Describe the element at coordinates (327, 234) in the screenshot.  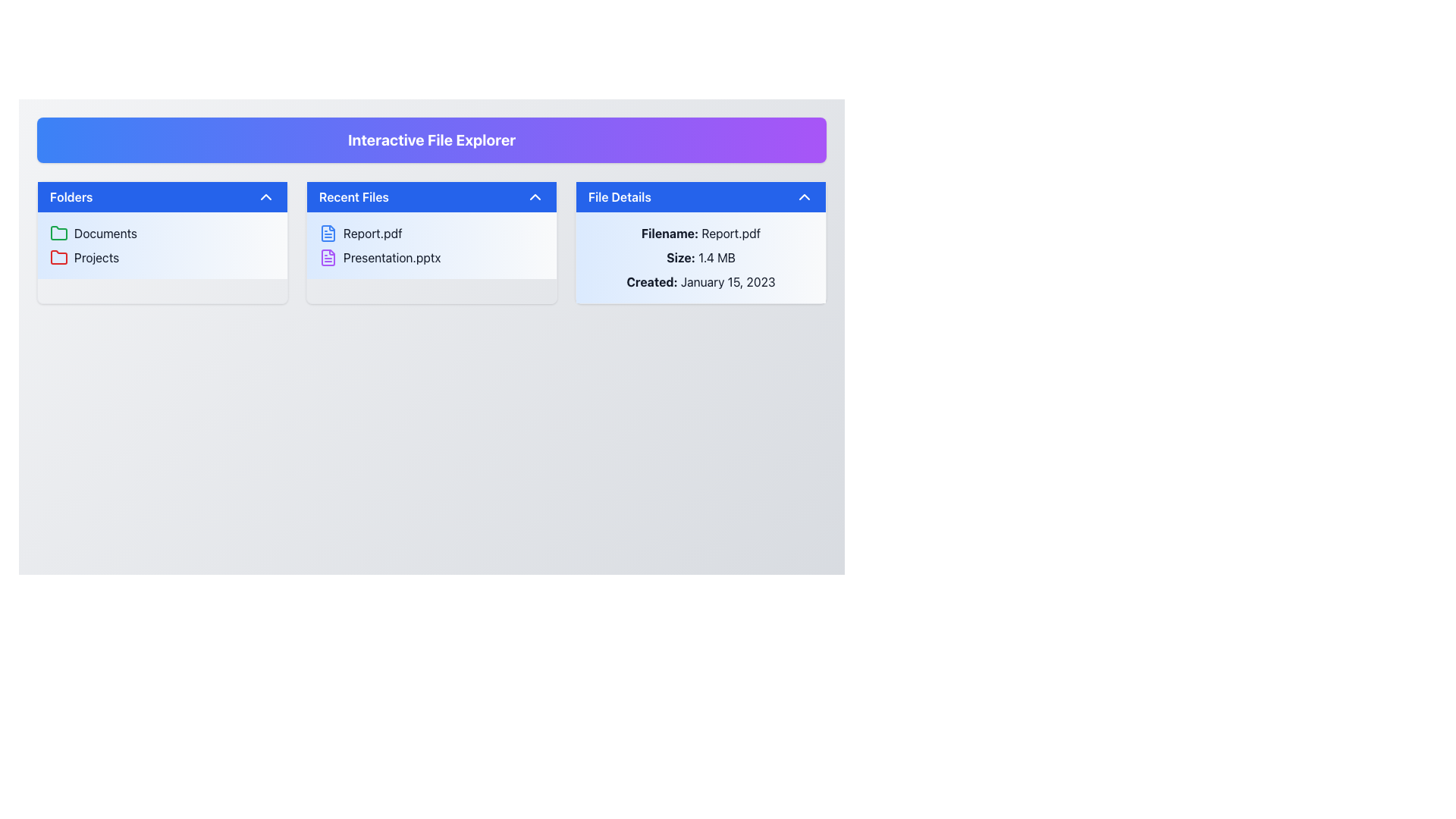
I see `the PDF file icon located in the 'Recent Files' section to the left of the 'Presentation.pptx' icon` at that location.